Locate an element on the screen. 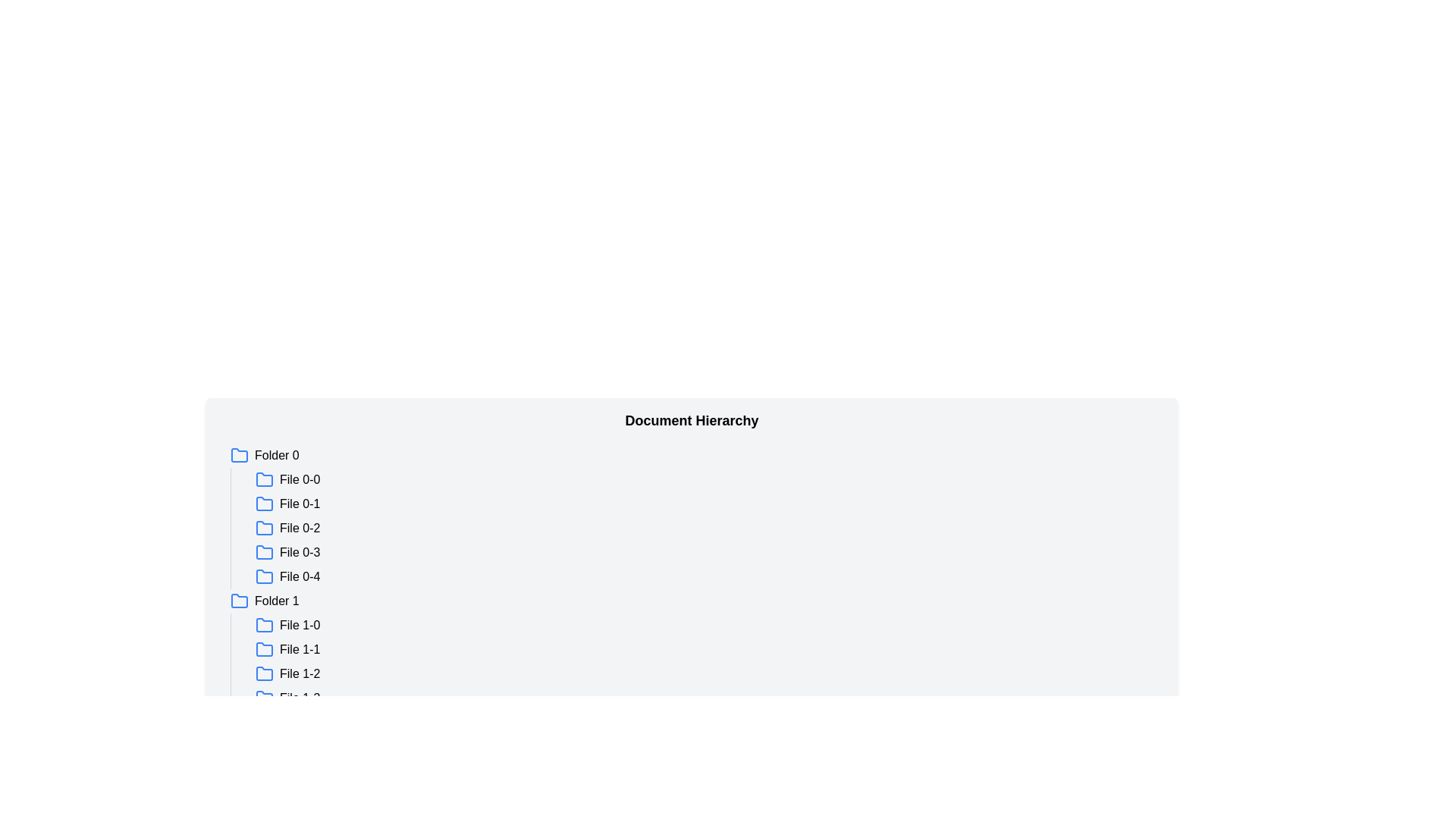 This screenshot has height=819, width=1456. the folder icon representing 'File 1-0' within the 'Folder 1' group in the file hierarchy is located at coordinates (265, 625).